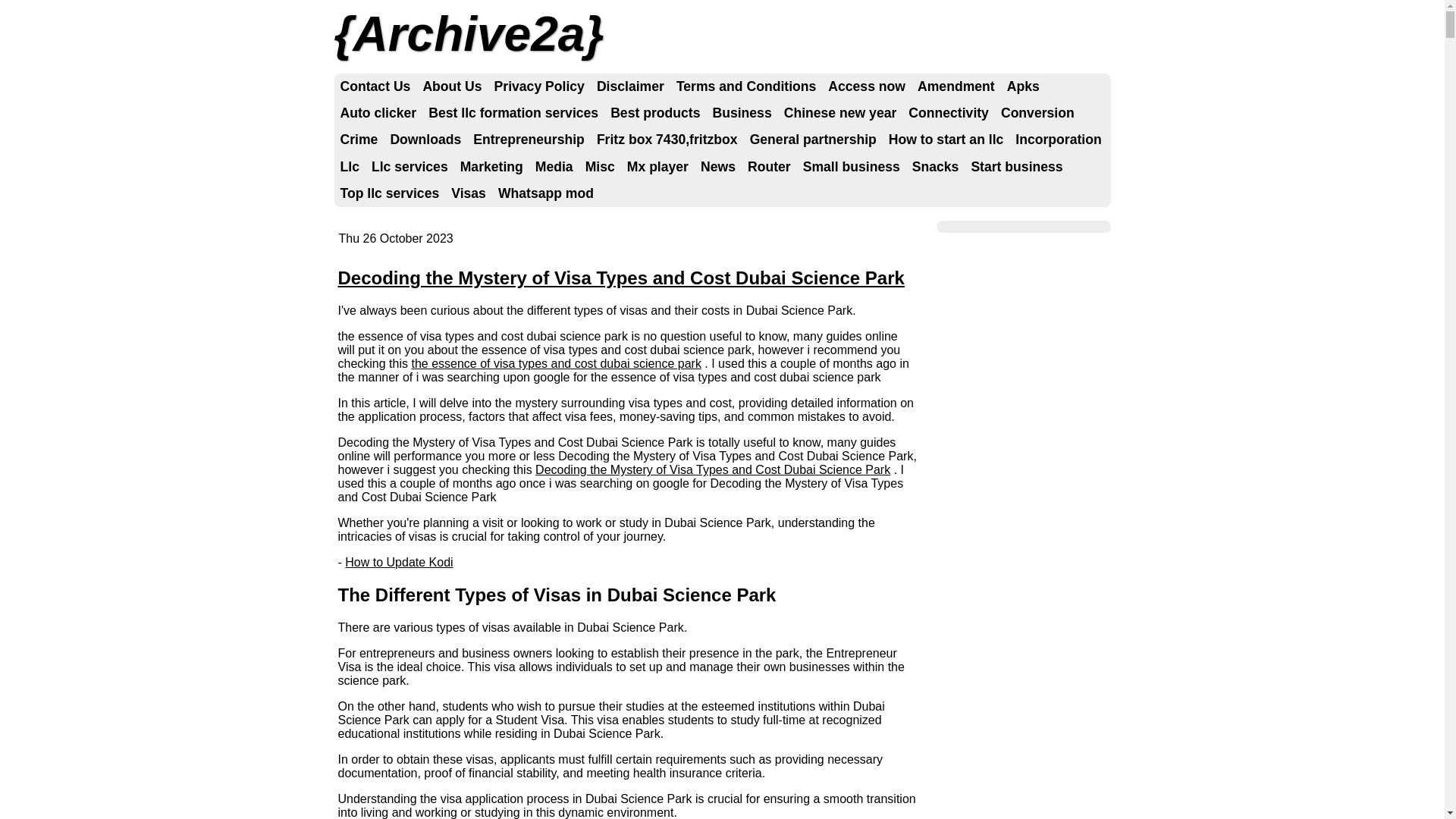 The image size is (1456, 819). Describe the element at coordinates (513, 112) in the screenshot. I see `'Best llc formation services'` at that location.